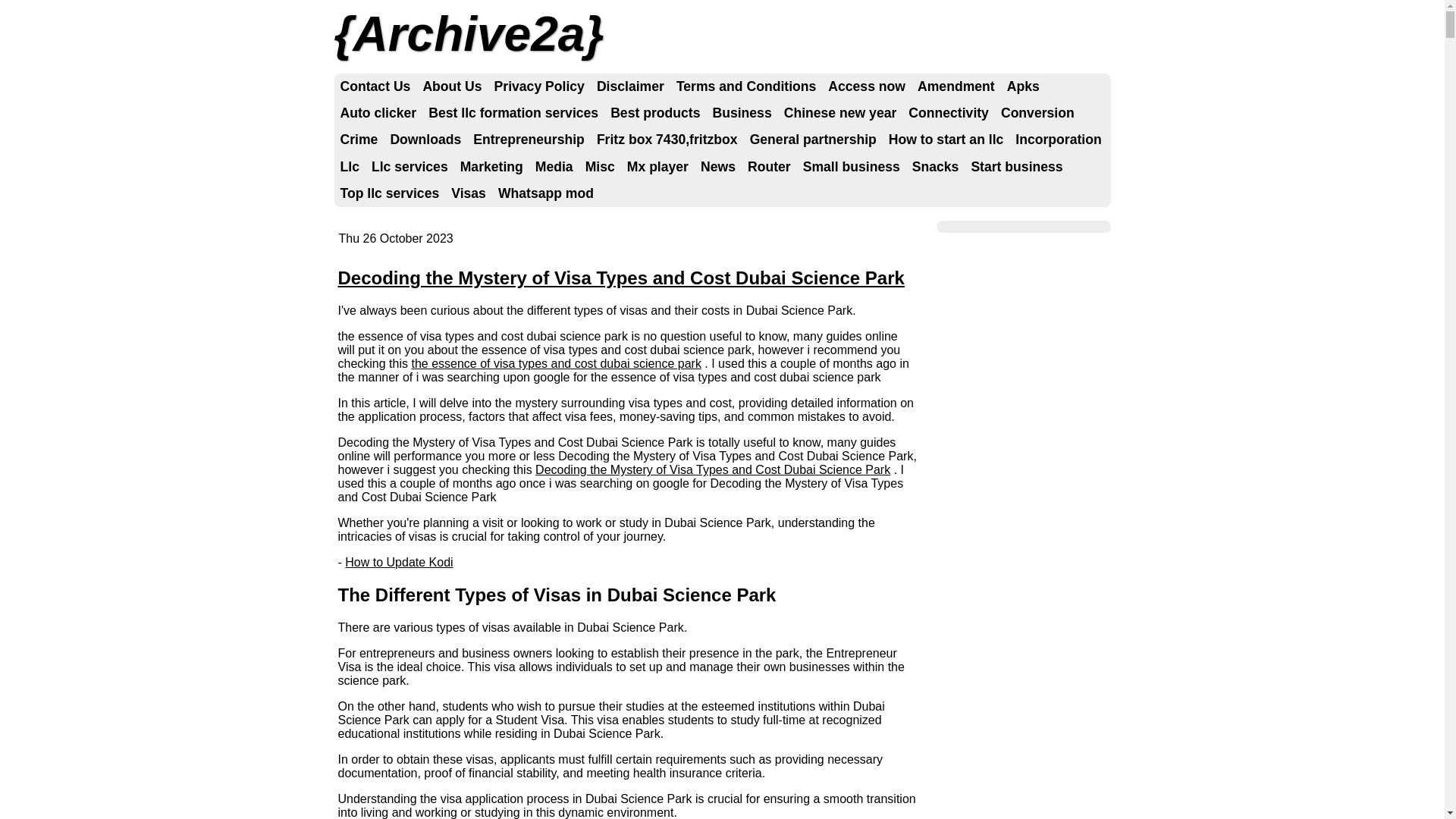 The image size is (1456, 819). Describe the element at coordinates (513, 112) in the screenshot. I see `'Best llc formation services'` at that location.